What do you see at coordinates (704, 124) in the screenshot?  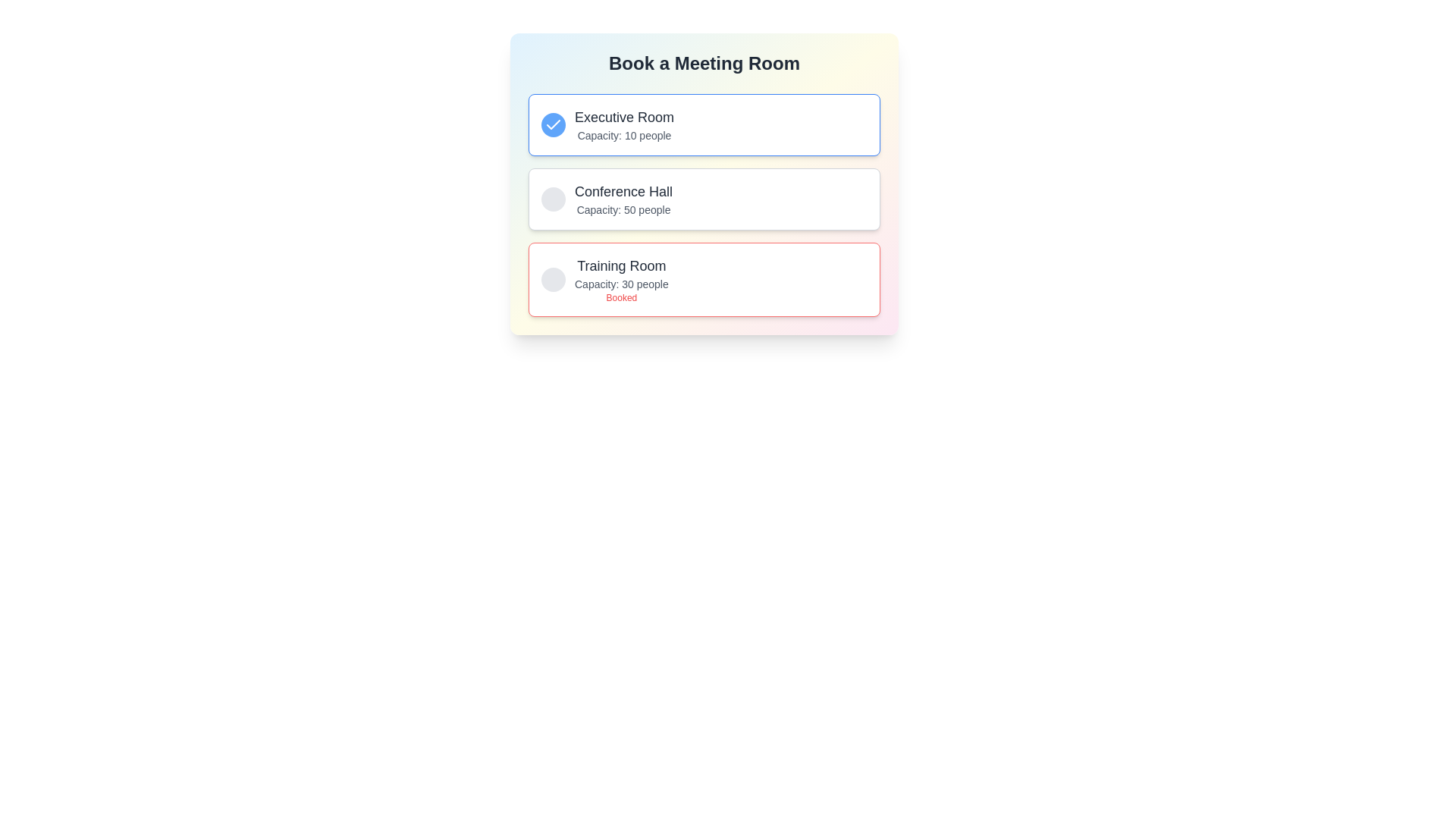 I see `the 'Executive Room' booking option card, which is the first card in a vertical list of three cards for room bookings` at bounding box center [704, 124].